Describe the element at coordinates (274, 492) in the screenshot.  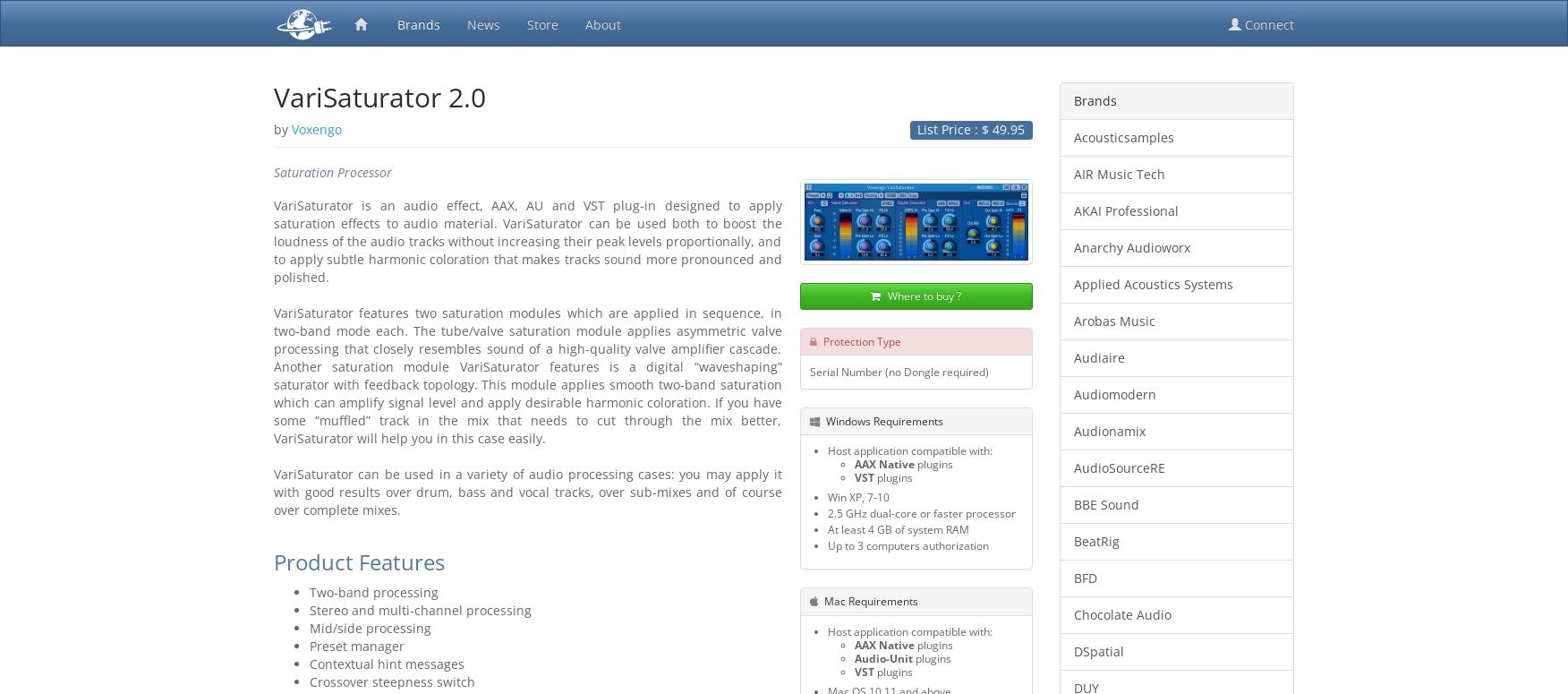
I see `'VariSaturator can be used in a variety of audio processing cases: you may apply it with good results over drum, bass and vocal tracks, over sub-mixes and of course over complete mixes.'` at that location.